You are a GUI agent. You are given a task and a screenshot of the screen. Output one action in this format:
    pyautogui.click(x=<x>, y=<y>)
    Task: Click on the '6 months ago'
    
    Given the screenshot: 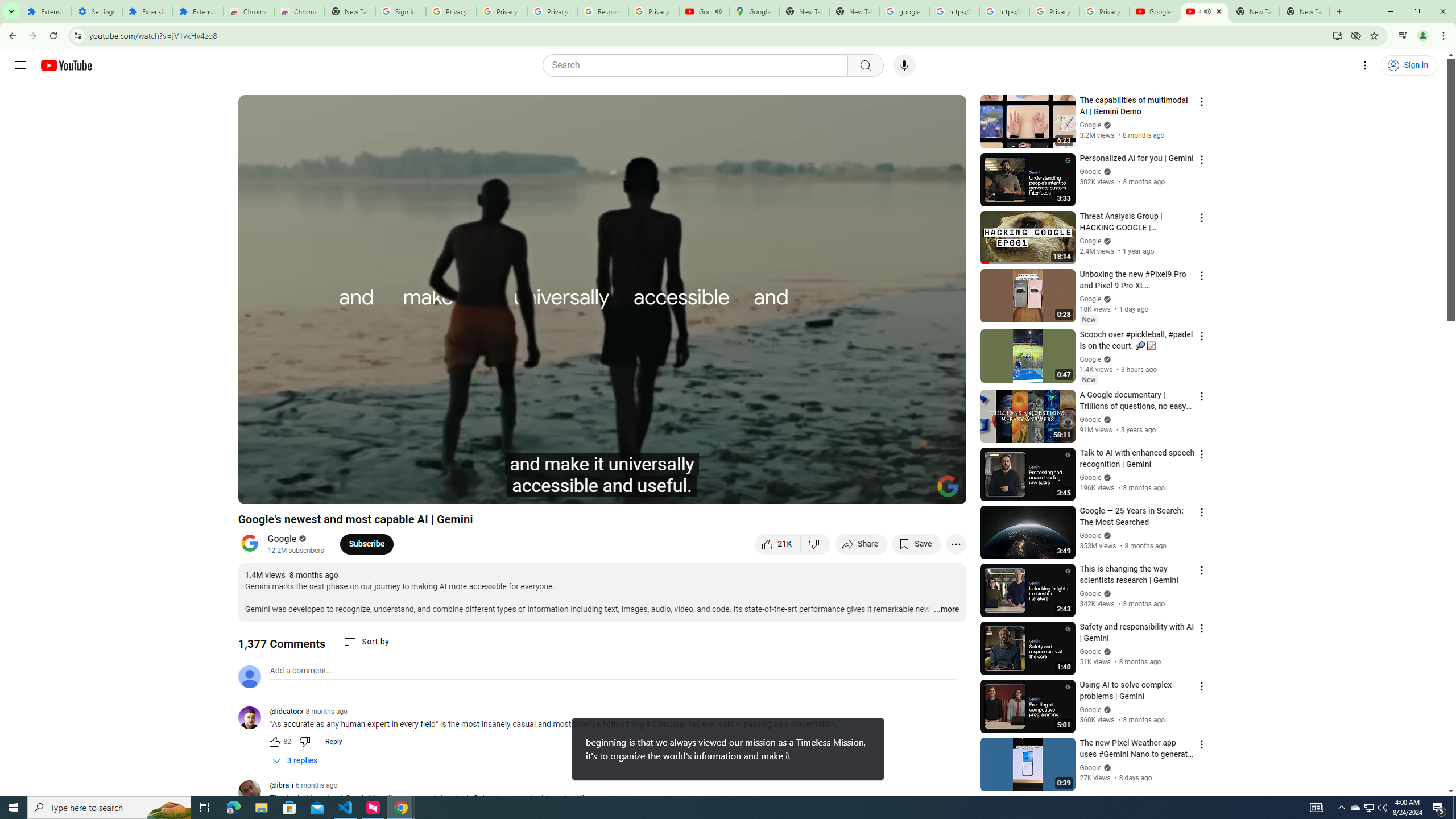 What is the action you would take?
    pyautogui.click(x=316, y=784)
    